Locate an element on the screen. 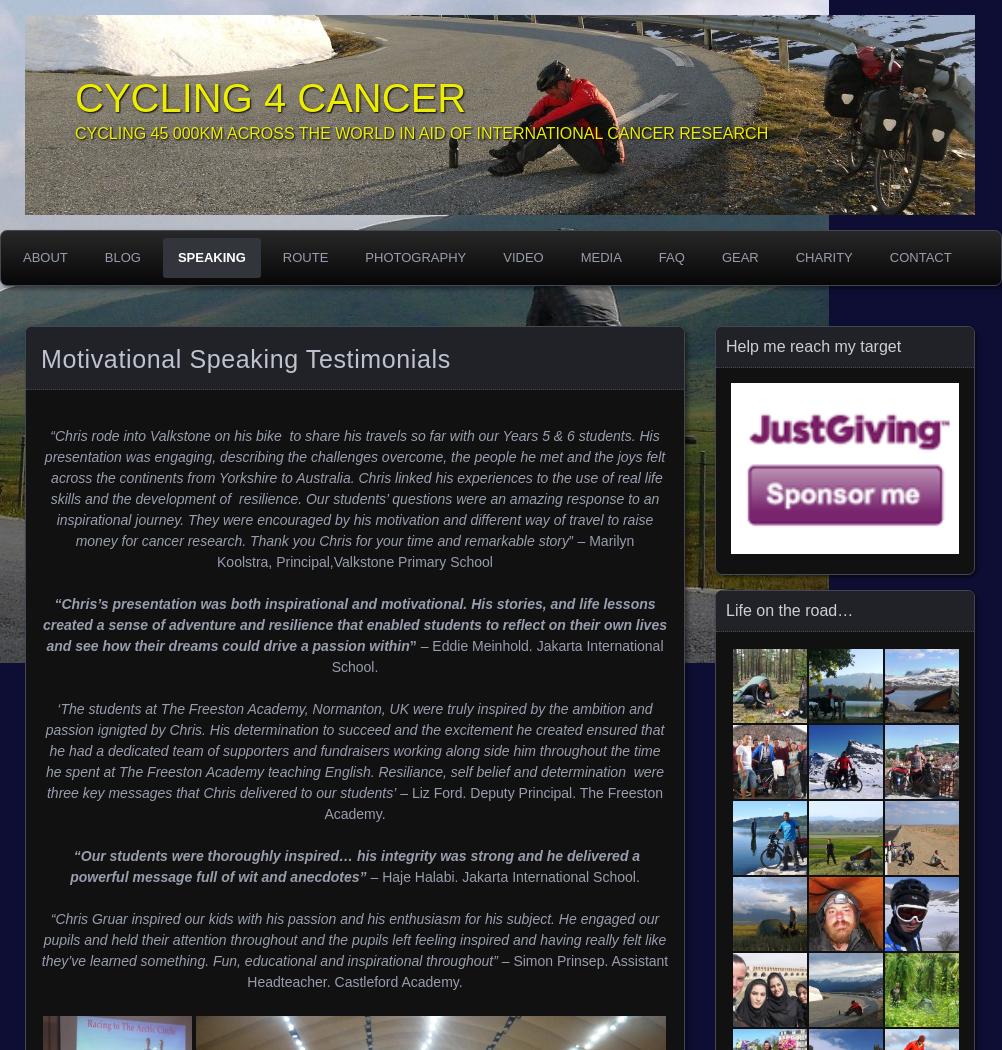 The width and height of the screenshot is (1002, 1050). 'CYCLING 4 CANCER' is located at coordinates (269, 97).